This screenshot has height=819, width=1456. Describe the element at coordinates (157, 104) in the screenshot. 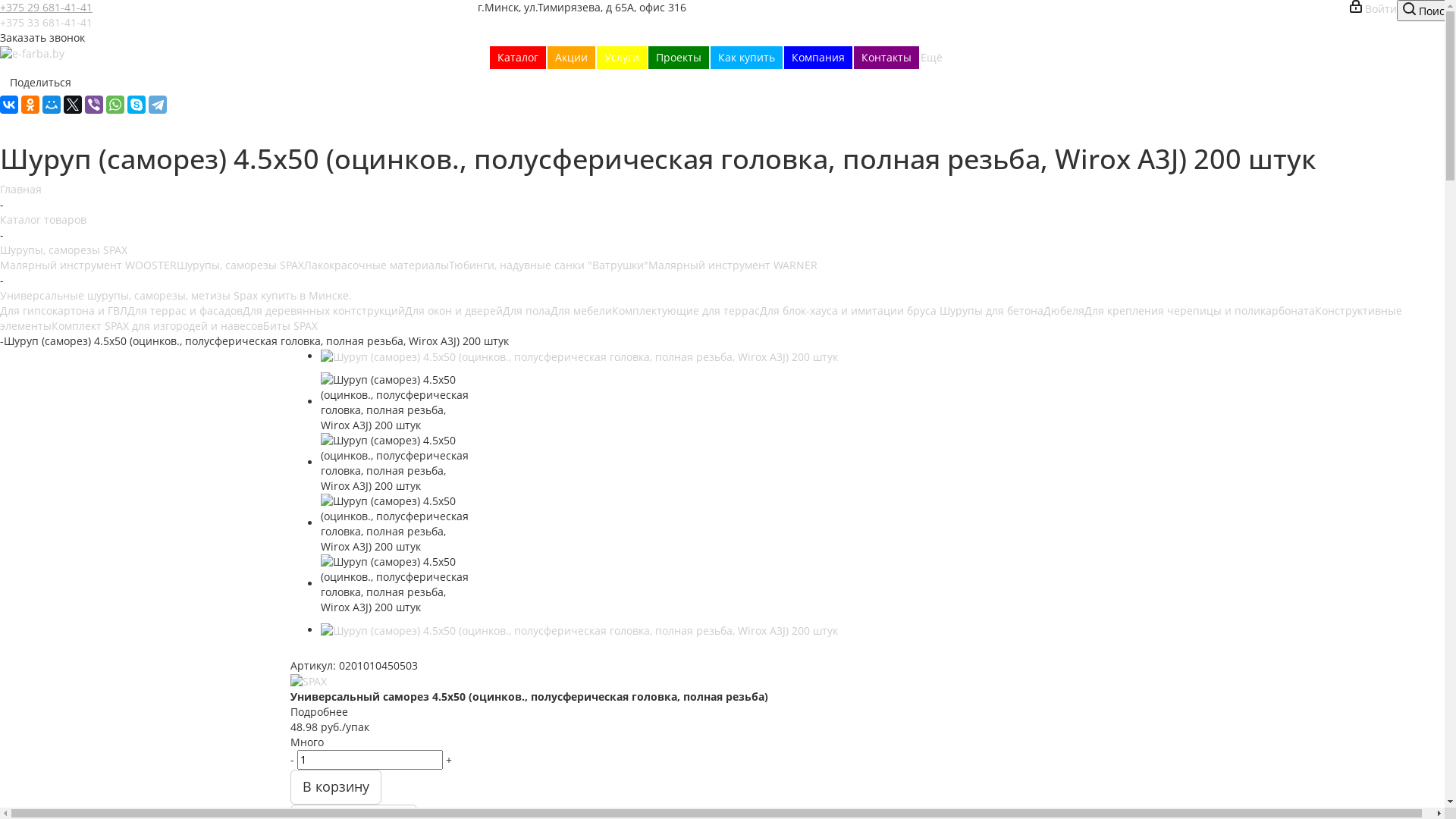

I see `'Telegram'` at that location.